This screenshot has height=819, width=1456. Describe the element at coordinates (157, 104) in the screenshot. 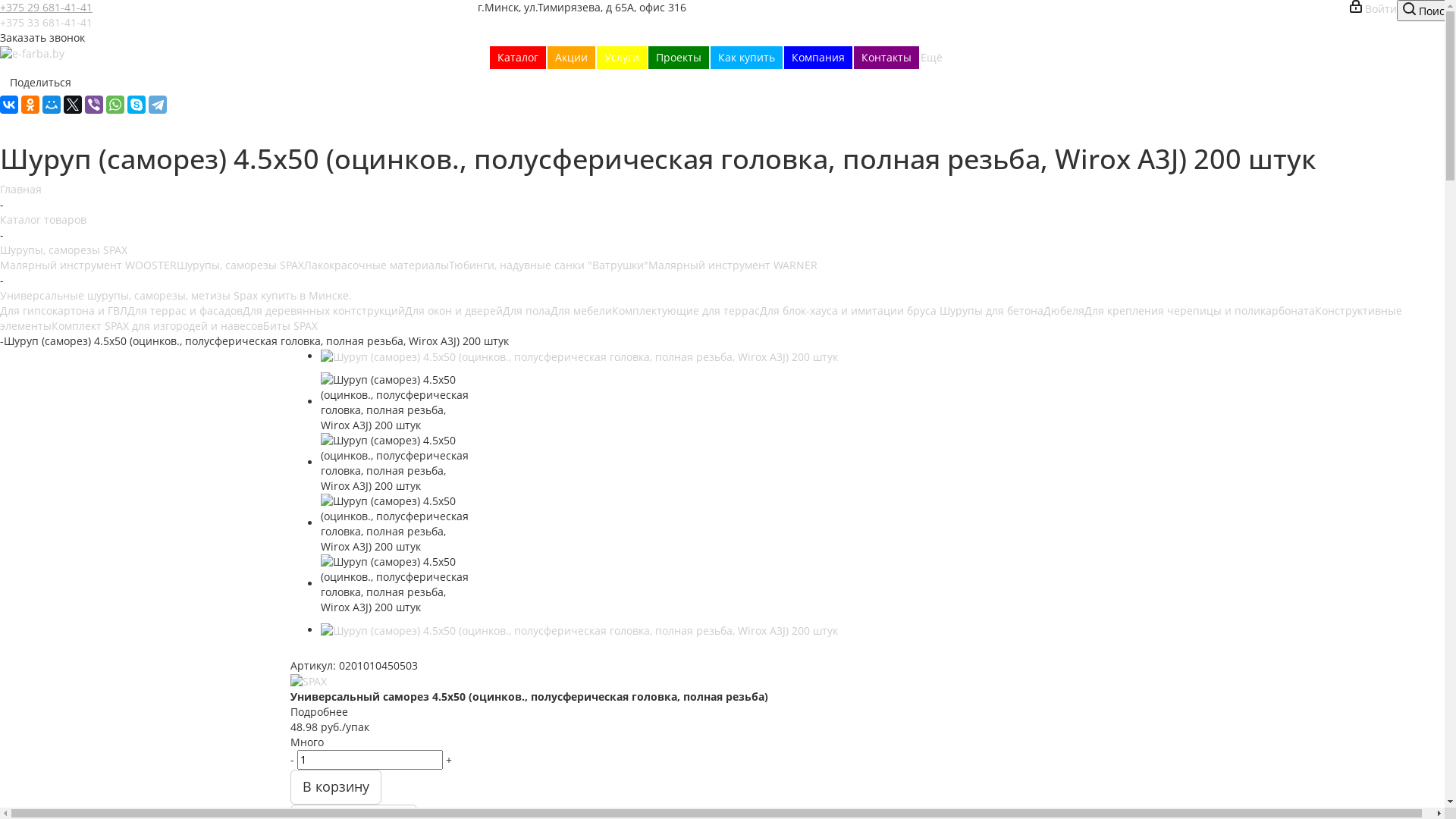

I see `'Telegram'` at that location.